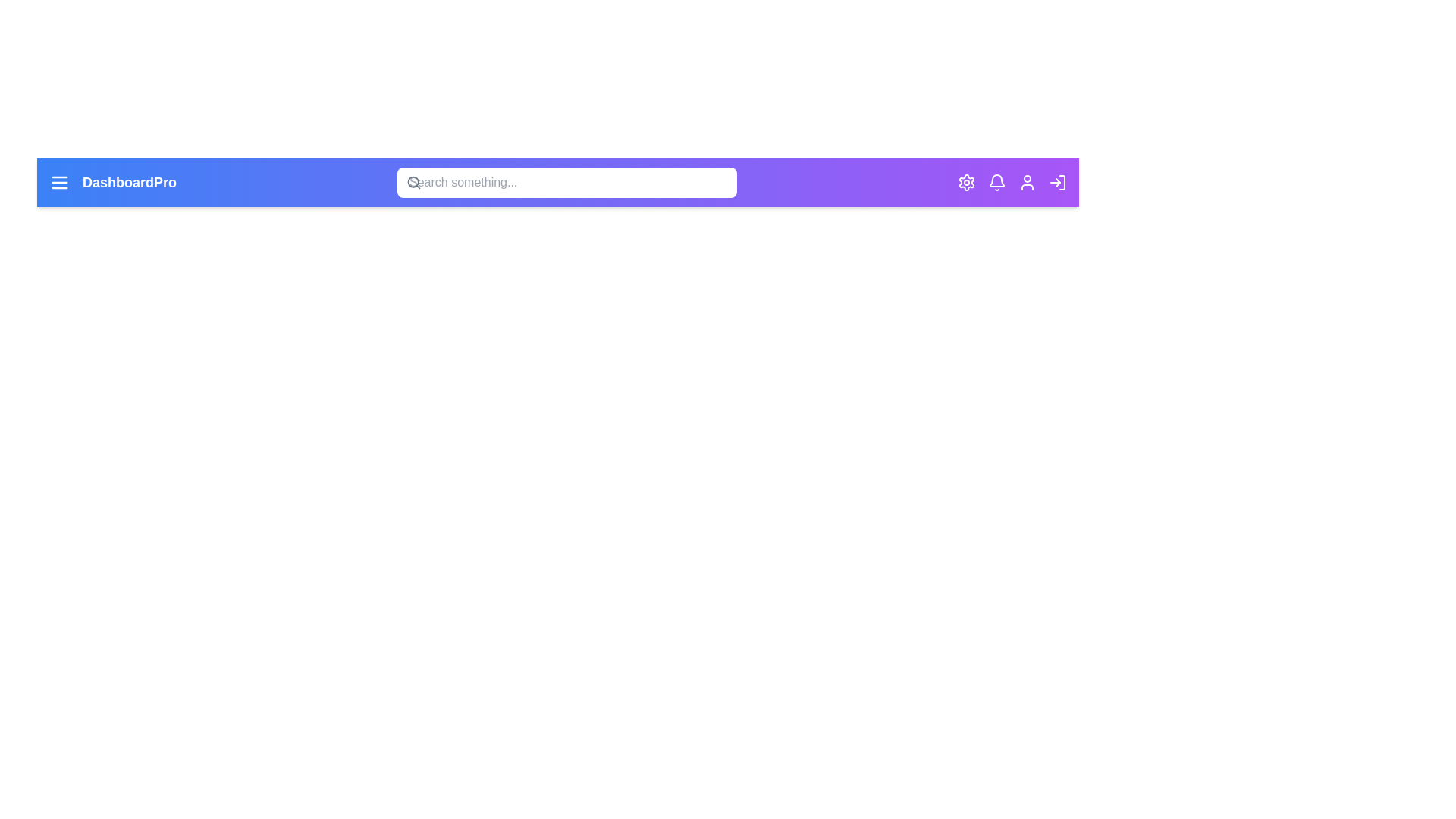 The image size is (1456, 819). What do you see at coordinates (1027, 181) in the screenshot?
I see `the user icon to view the user profile` at bounding box center [1027, 181].